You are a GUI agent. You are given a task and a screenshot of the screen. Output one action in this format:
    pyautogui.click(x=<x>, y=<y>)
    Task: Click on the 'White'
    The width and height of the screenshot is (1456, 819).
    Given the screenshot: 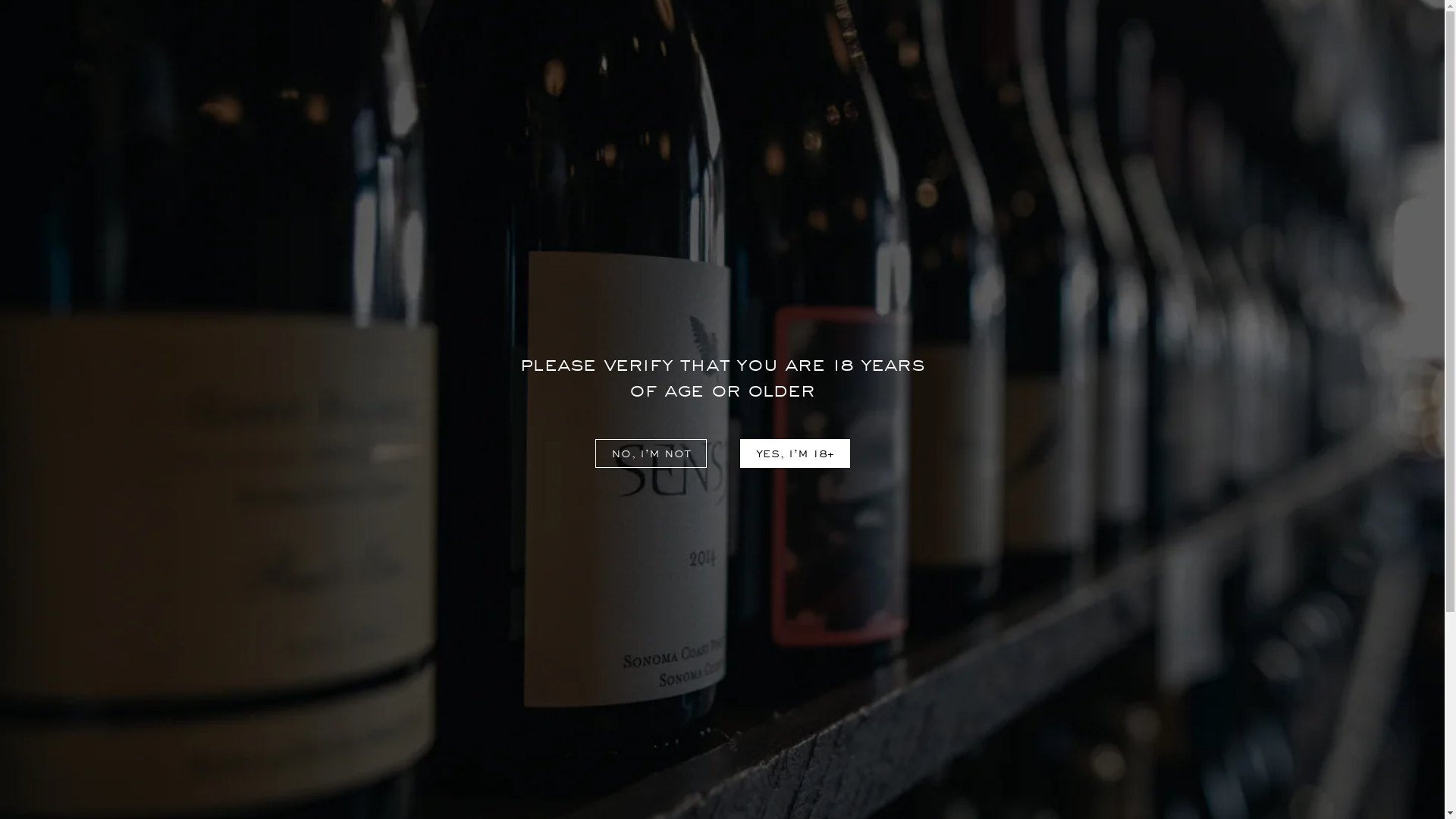 What is the action you would take?
    pyautogui.click(x=535, y=87)
    